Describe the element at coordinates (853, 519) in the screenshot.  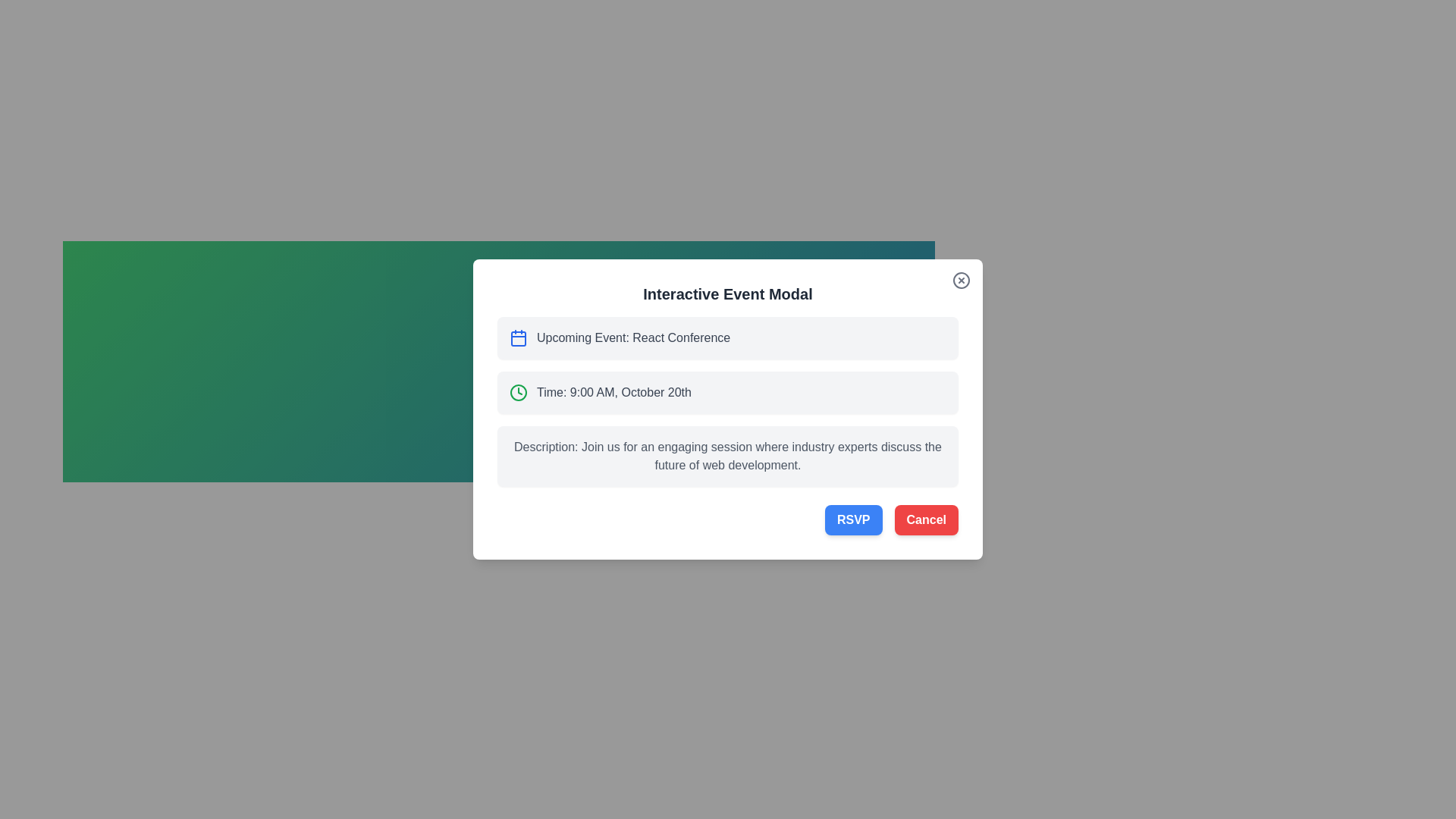
I see `the attendance confirmation button located at the bottom-right corner of the modal, which is the leftmost button in a group of two buttons` at that location.